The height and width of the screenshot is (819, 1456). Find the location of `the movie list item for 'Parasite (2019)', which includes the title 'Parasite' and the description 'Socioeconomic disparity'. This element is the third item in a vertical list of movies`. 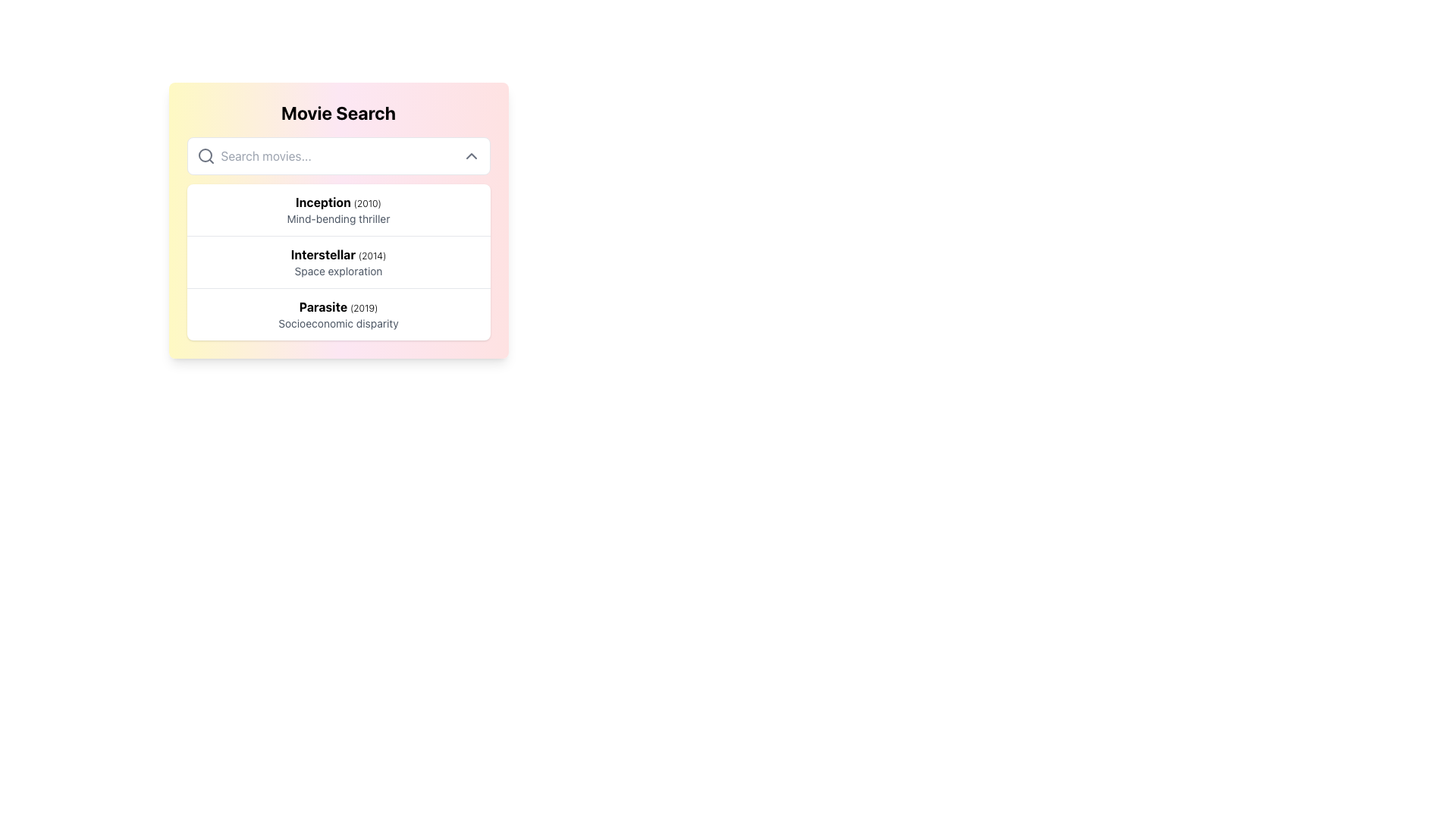

the movie list item for 'Parasite (2019)', which includes the title 'Parasite' and the description 'Socioeconomic disparity'. This element is the third item in a vertical list of movies is located at coordinates (337, 313).